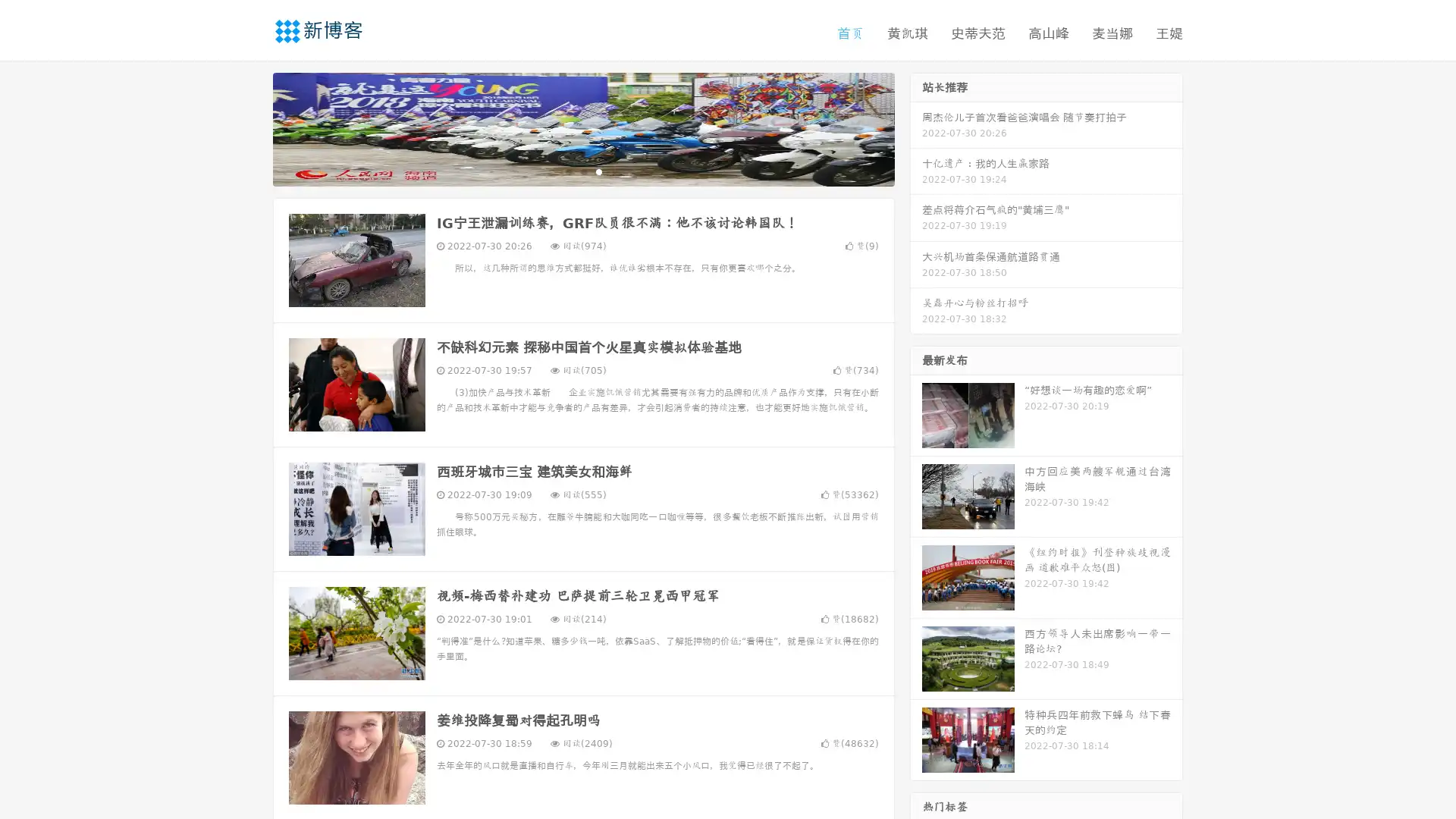 This screenshot has width=1456, height=819. I want to click on Previous slide, so click(250, 127).